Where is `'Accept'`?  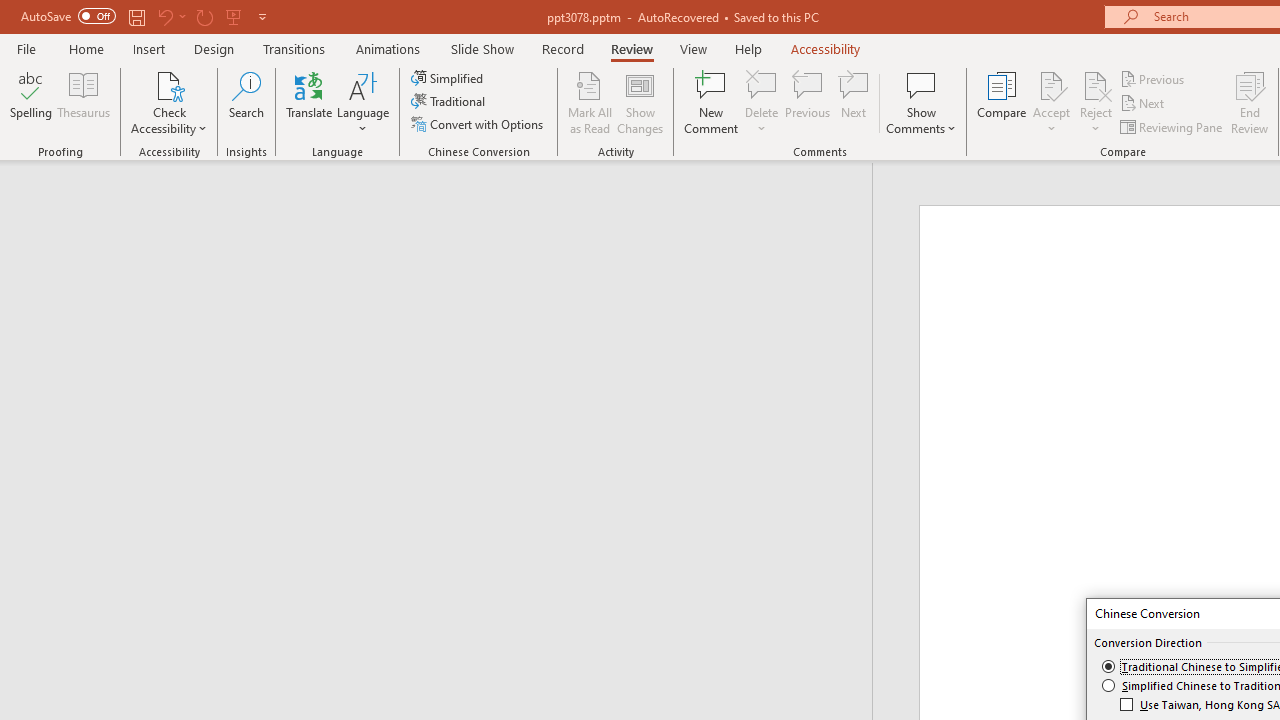 'Accept' is located at coordinates (1050, 103).